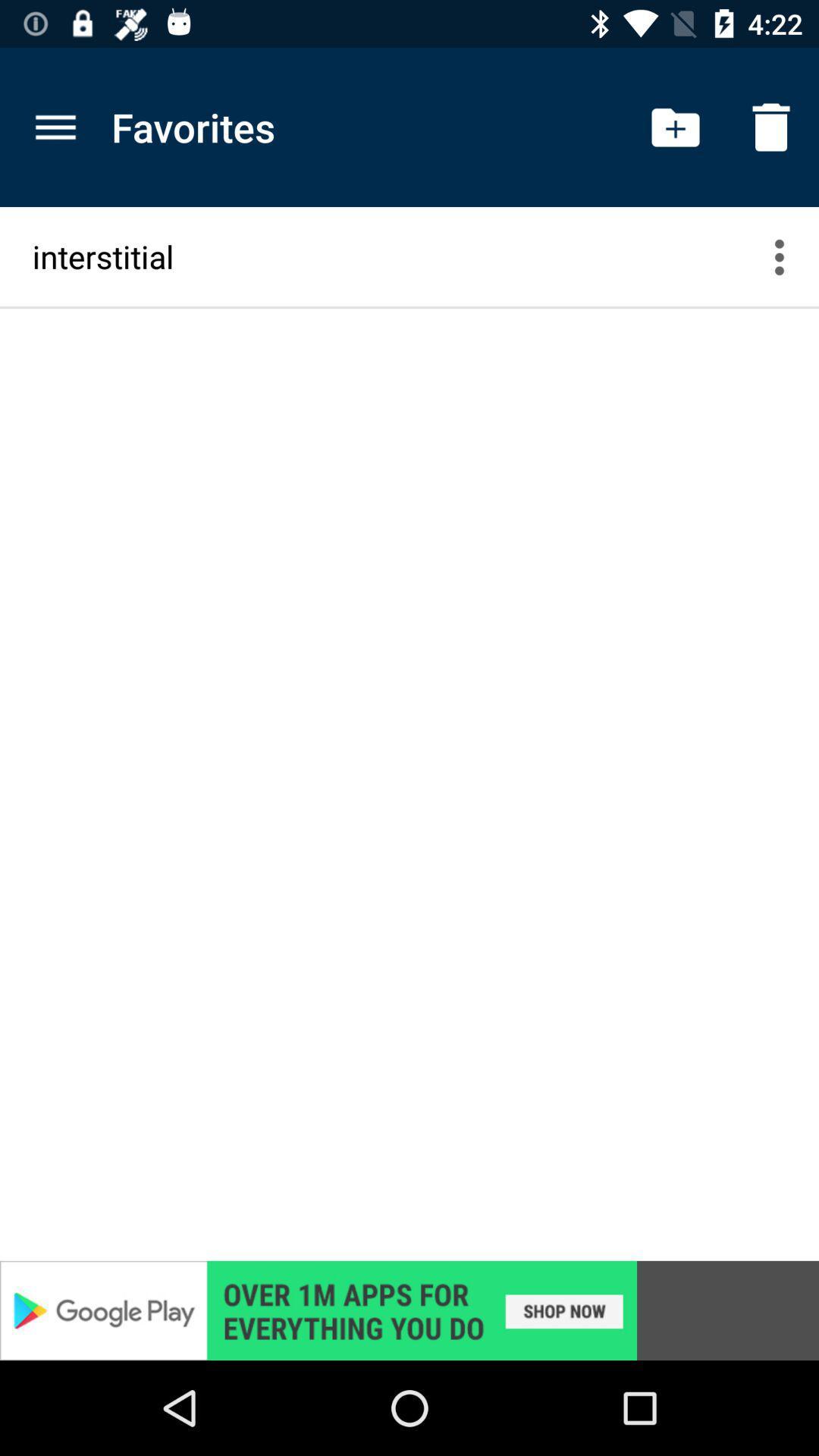 This screenshot has width=819, height=1456. Describe the element at coordinates (788, 256) in the screenshot. I see `ellipse` at that location.